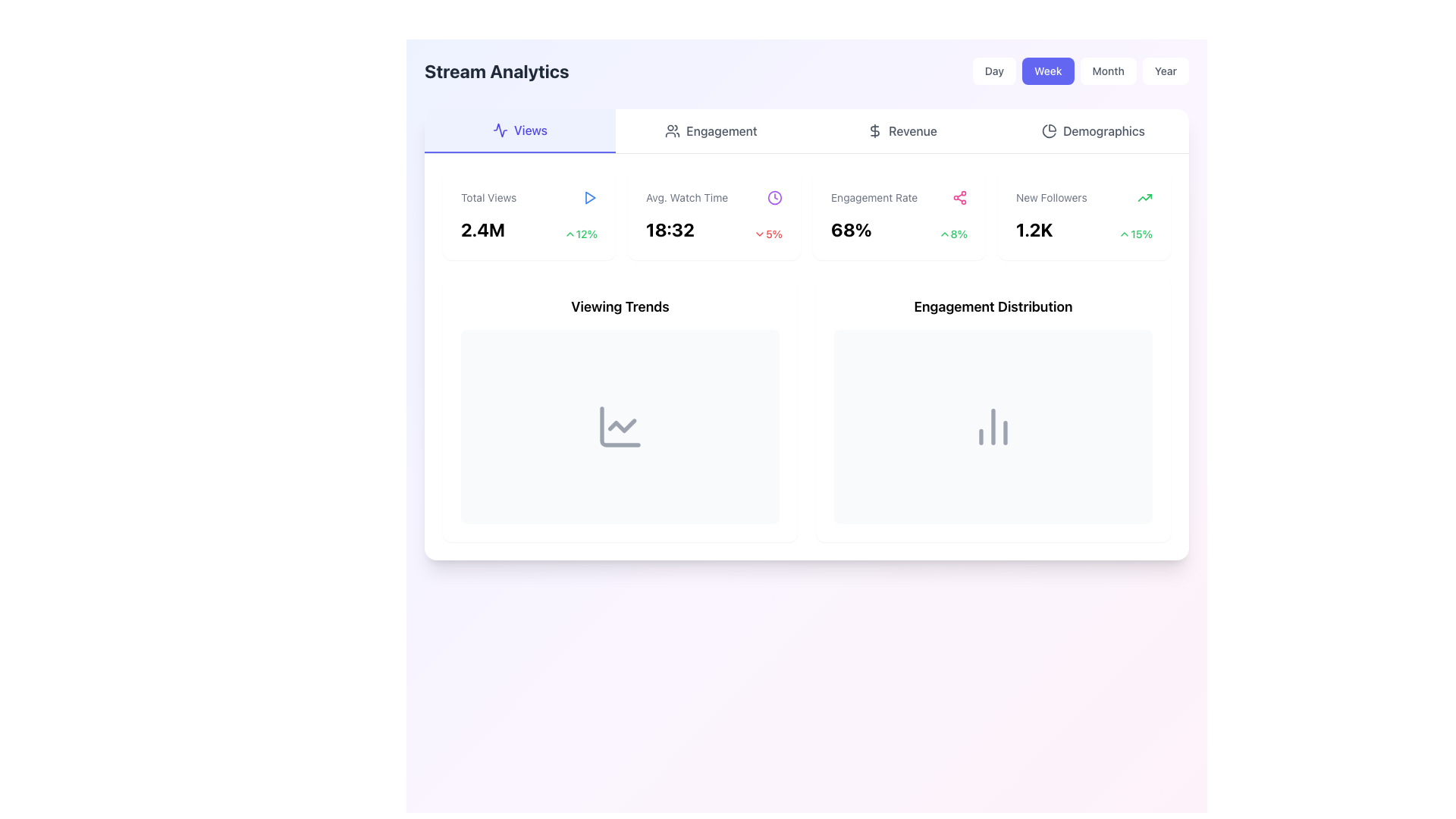 This screenshot has height=819, width=1456. I want to click on the static text label that serves as a descriptor for the statistic displayed below ('2.4M') in the main dashboard view, so click(488, 197).